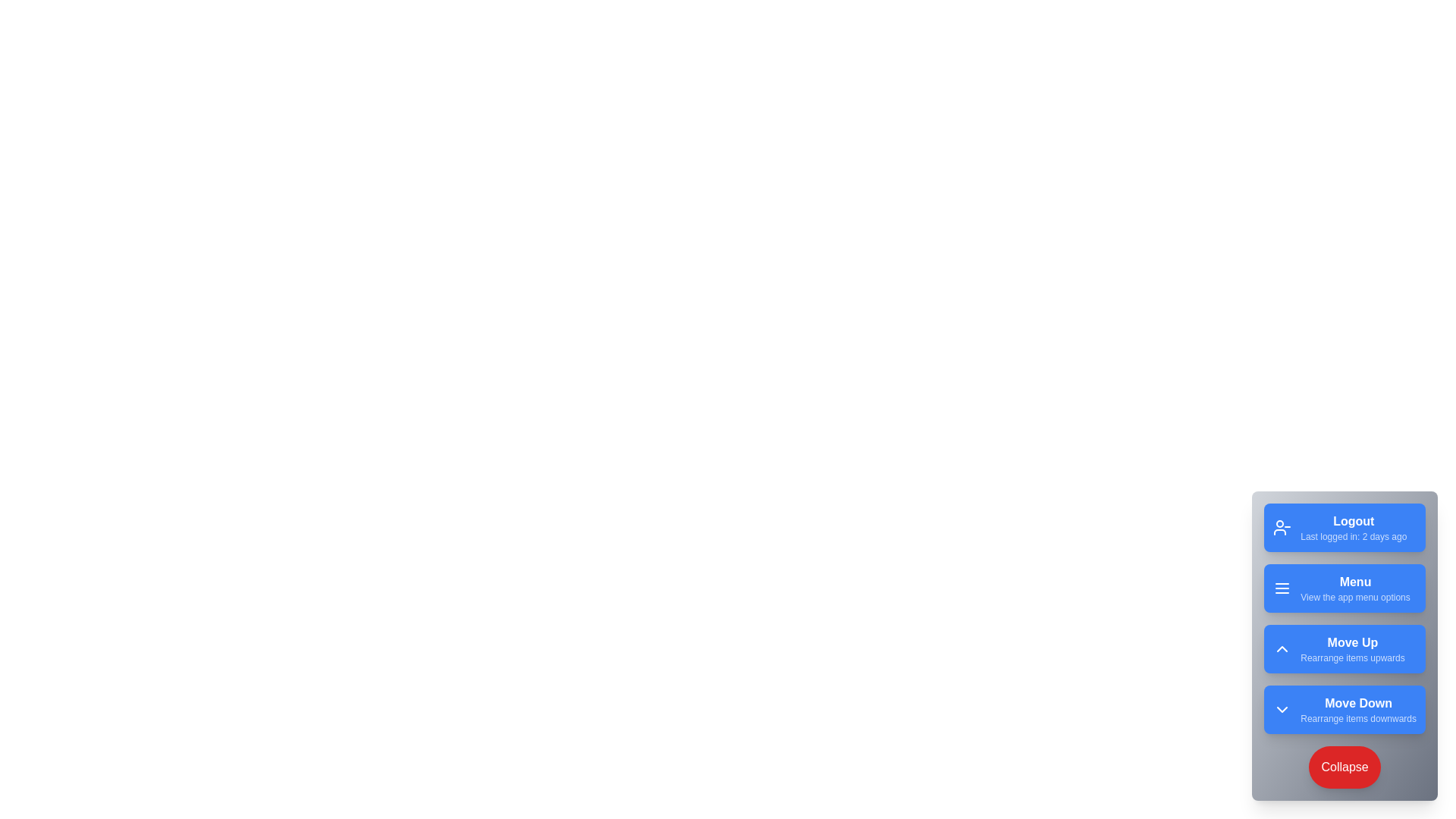 The height and width of the screenshot is (819, 1456). Describe the element at coordinates (1355, 587) in the screenshot. I see `the 'Menu' label which consists of two lines of text, with 'Menu' in bold and large font and 'View the app menu options' in smaller font, located on a blue background` at that location.